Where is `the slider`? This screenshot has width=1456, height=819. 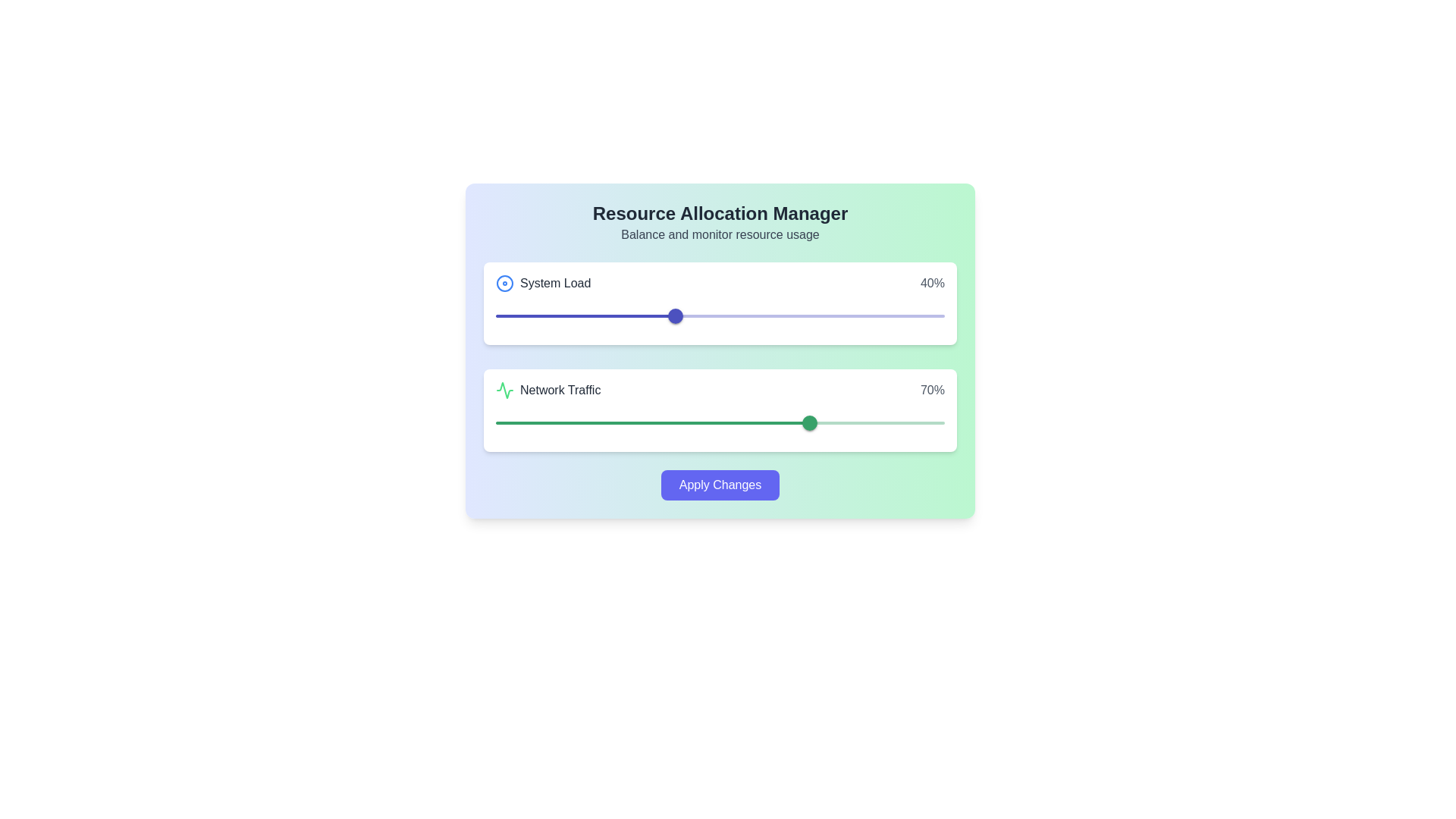
the slider is located at coordinates (840, 423).